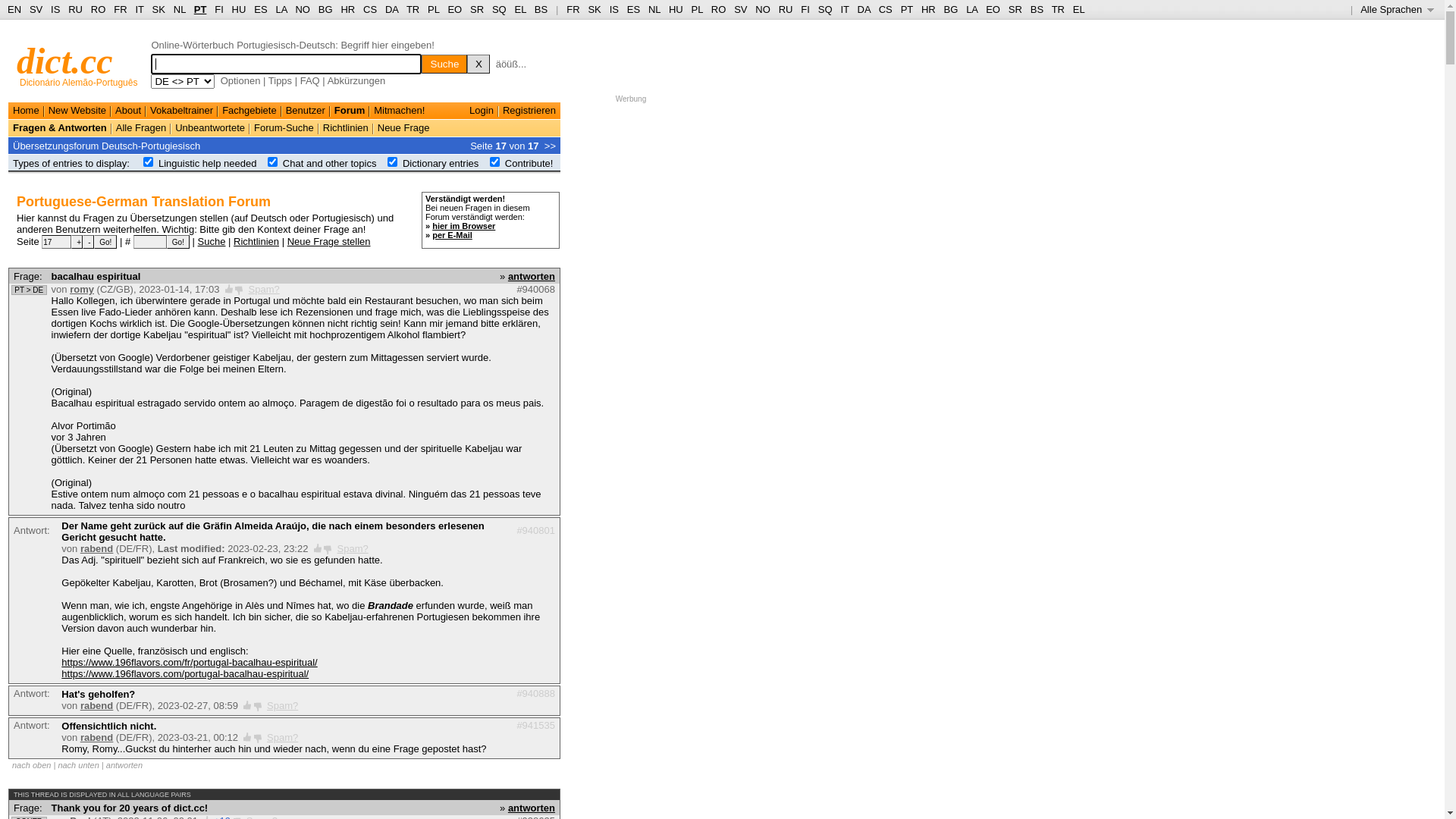  Describe the element at coordinates (105, 241) in the screenshot. I see `'Go!'` at that location.